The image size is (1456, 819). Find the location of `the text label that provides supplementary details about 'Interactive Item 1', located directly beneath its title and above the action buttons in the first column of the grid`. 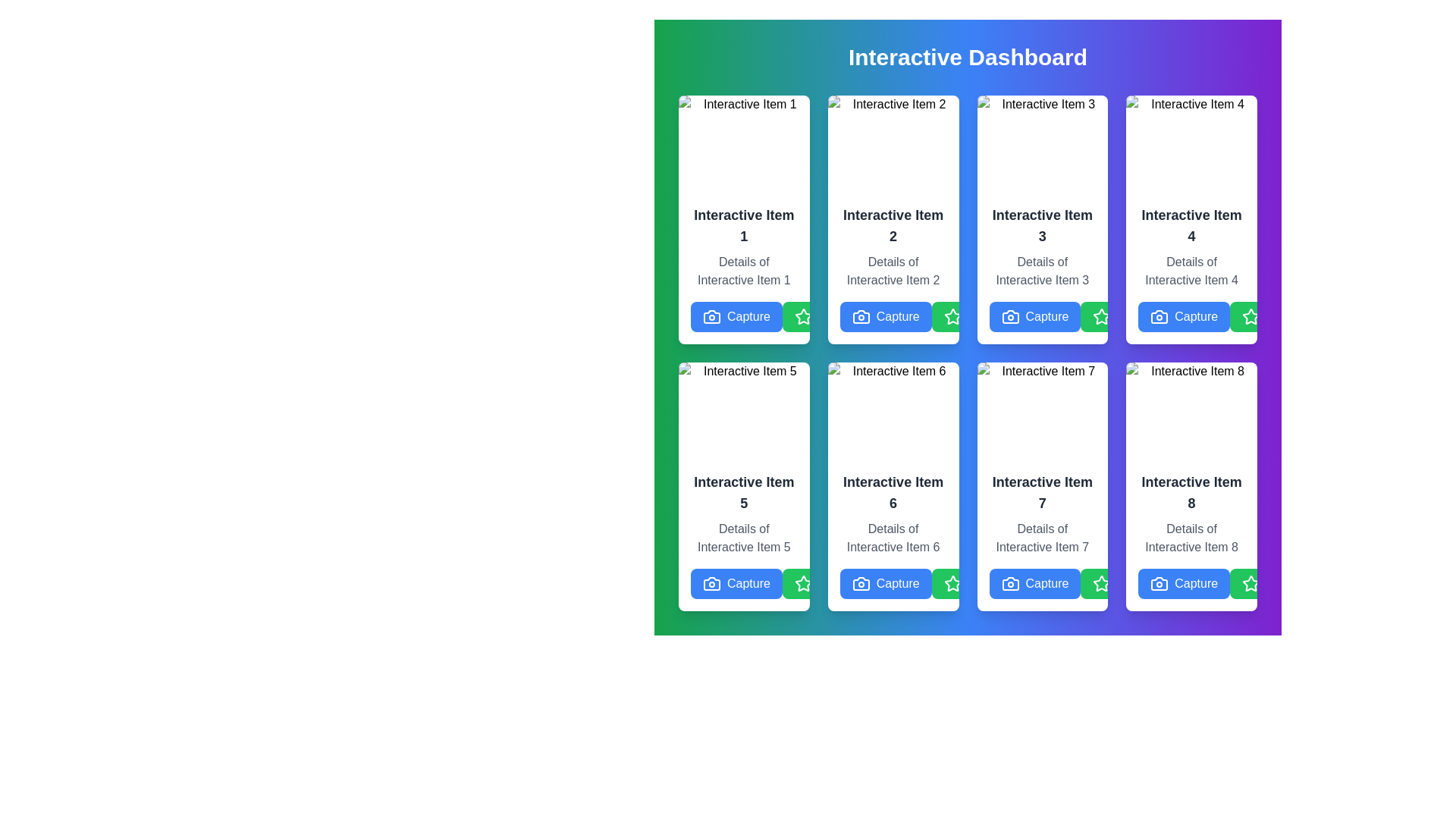

the text label that provides supplementary details about 'Interactive Item 1', located directly beneath its title and above the action buttons in the first column of the grid is located at coordinates (744, 271).